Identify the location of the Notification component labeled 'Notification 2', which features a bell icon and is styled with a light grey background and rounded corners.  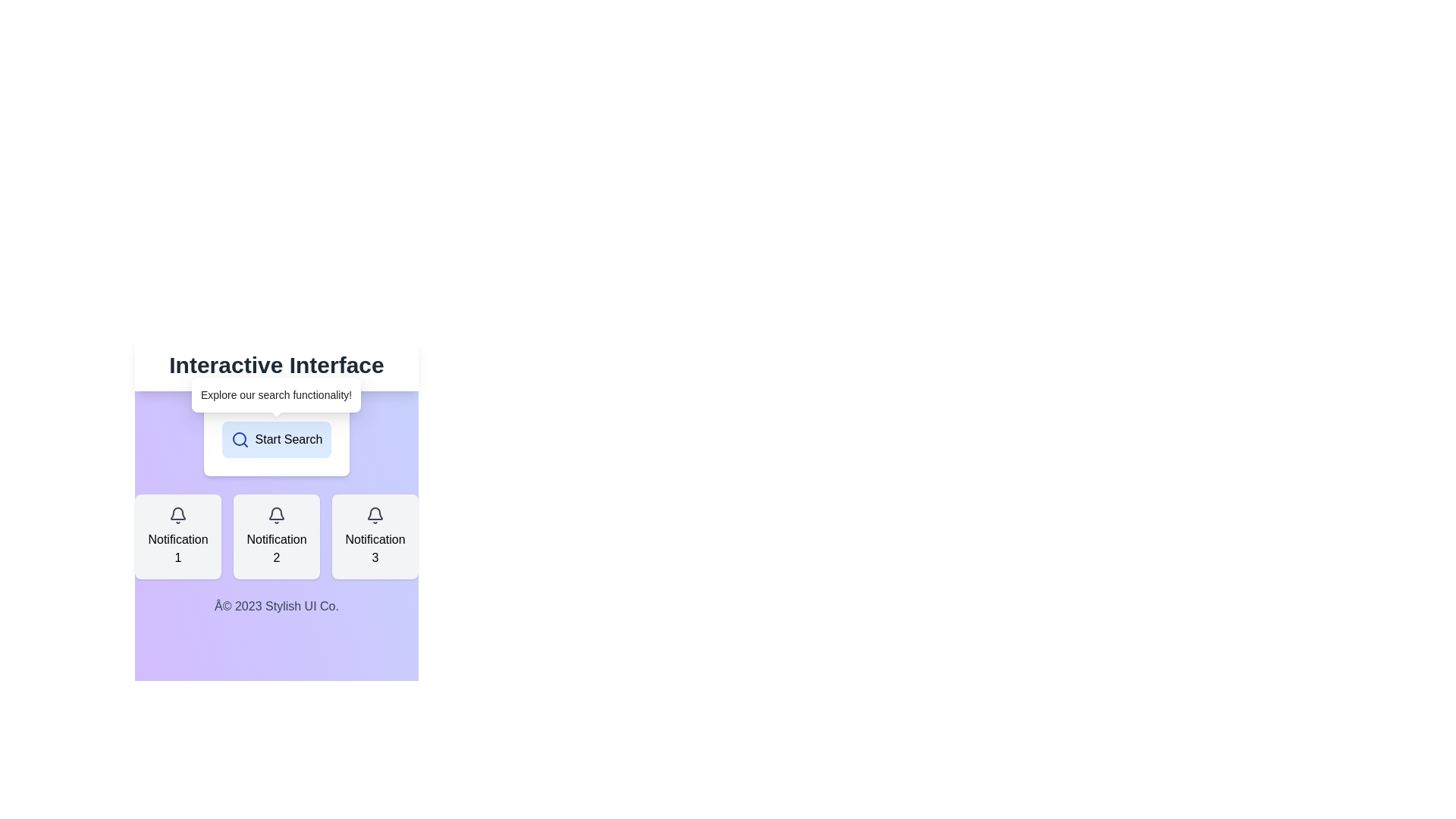
(276, 536).